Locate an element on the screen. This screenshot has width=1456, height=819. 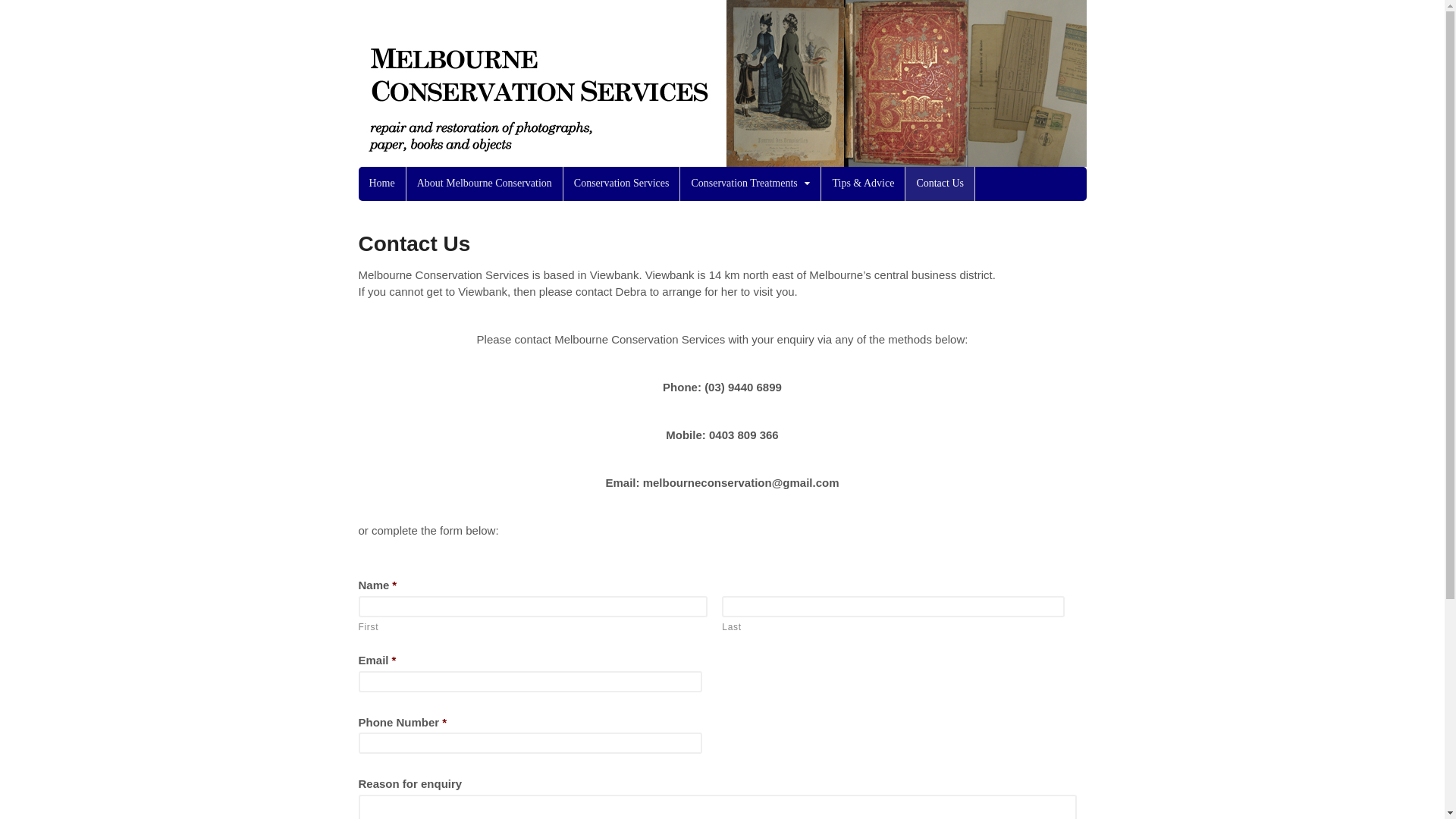
'Contact Us' is located at coordinates (939, 183).